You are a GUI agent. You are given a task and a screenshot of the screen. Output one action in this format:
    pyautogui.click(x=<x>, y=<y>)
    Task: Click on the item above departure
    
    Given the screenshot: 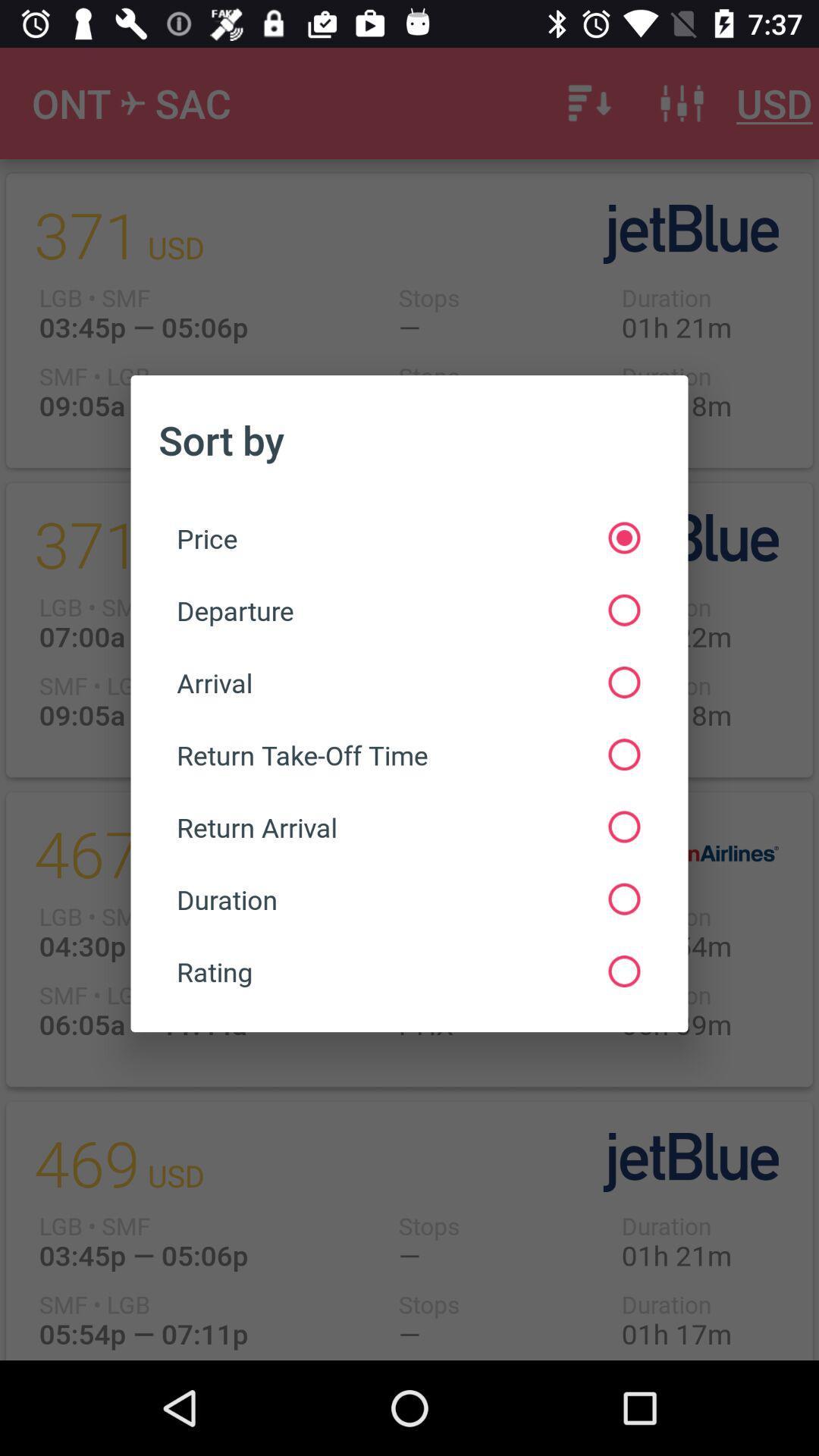 What is the action you would take?
    pyautogui.click(x=407, y=538)
    